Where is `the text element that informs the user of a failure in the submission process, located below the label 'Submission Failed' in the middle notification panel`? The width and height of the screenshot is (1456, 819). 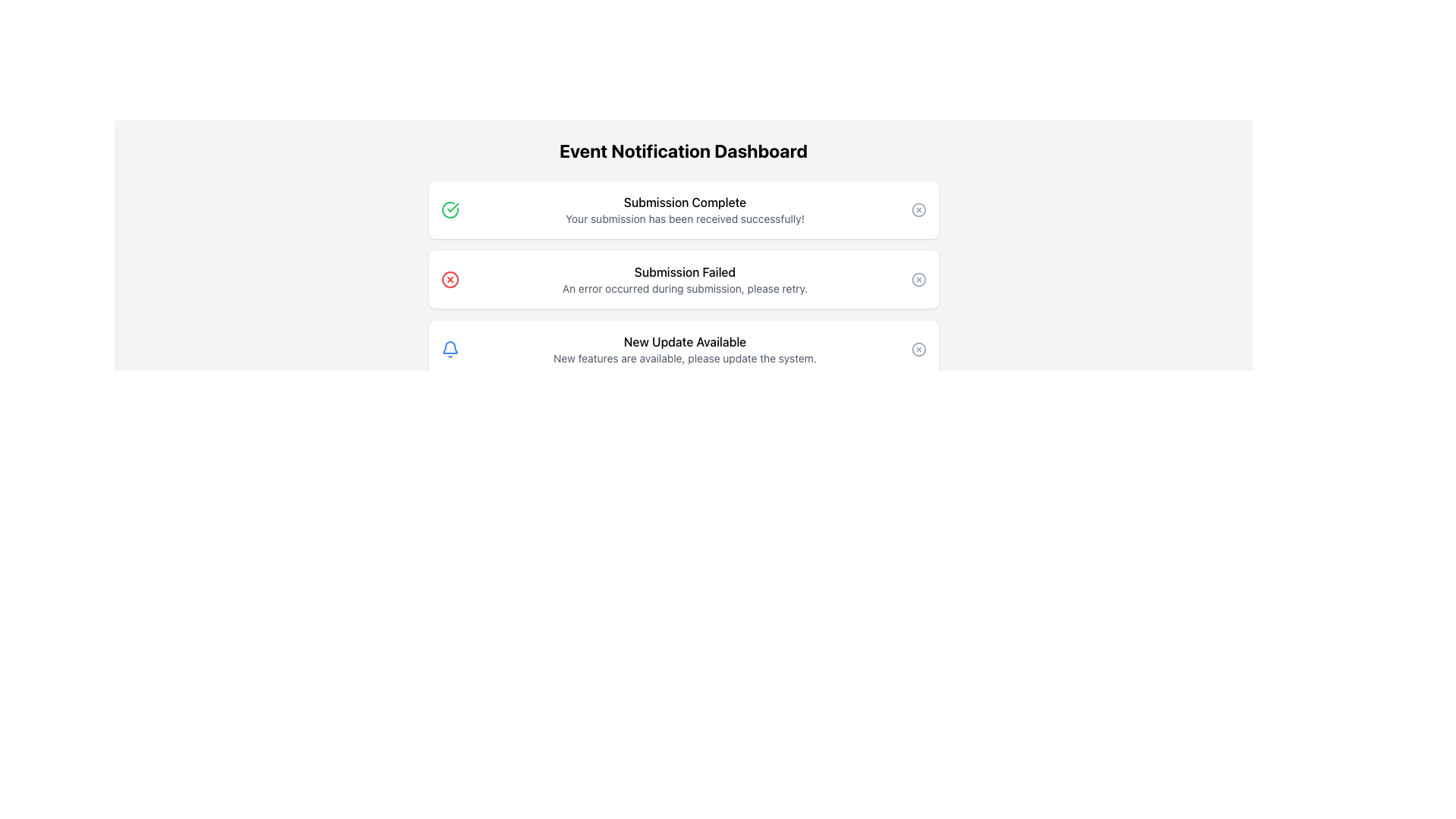
the text element that informs the user of a failure in the submission process, located below the label 'Submission Failed' in the middle notification panel is located at coordinates (684, 289).